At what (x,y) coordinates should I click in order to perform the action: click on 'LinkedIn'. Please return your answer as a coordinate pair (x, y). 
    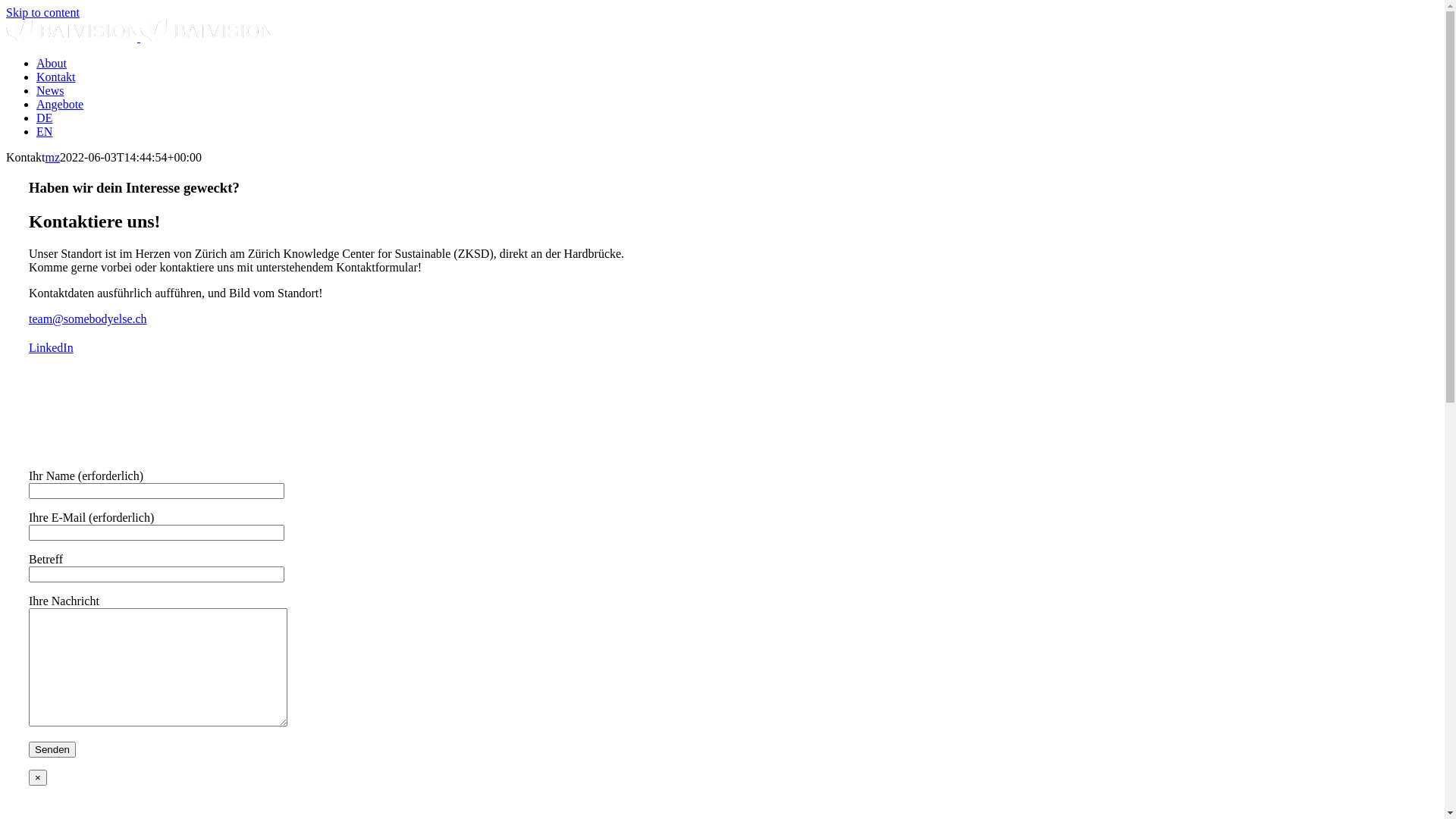
    Looking at the image, I should click on (51, 347).